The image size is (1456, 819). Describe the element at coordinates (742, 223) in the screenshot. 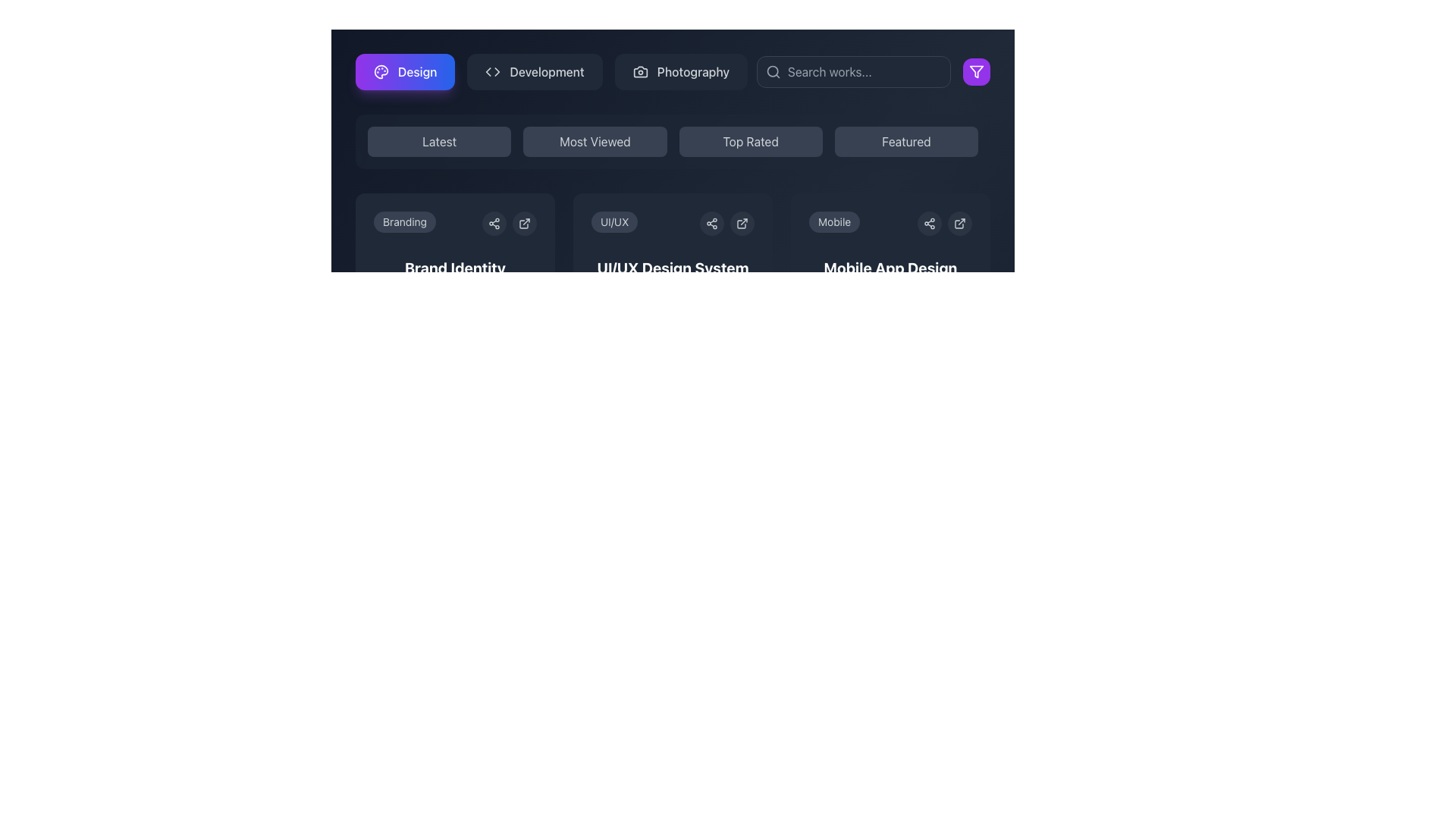

I see `the external link button, which is the second button` at that location.